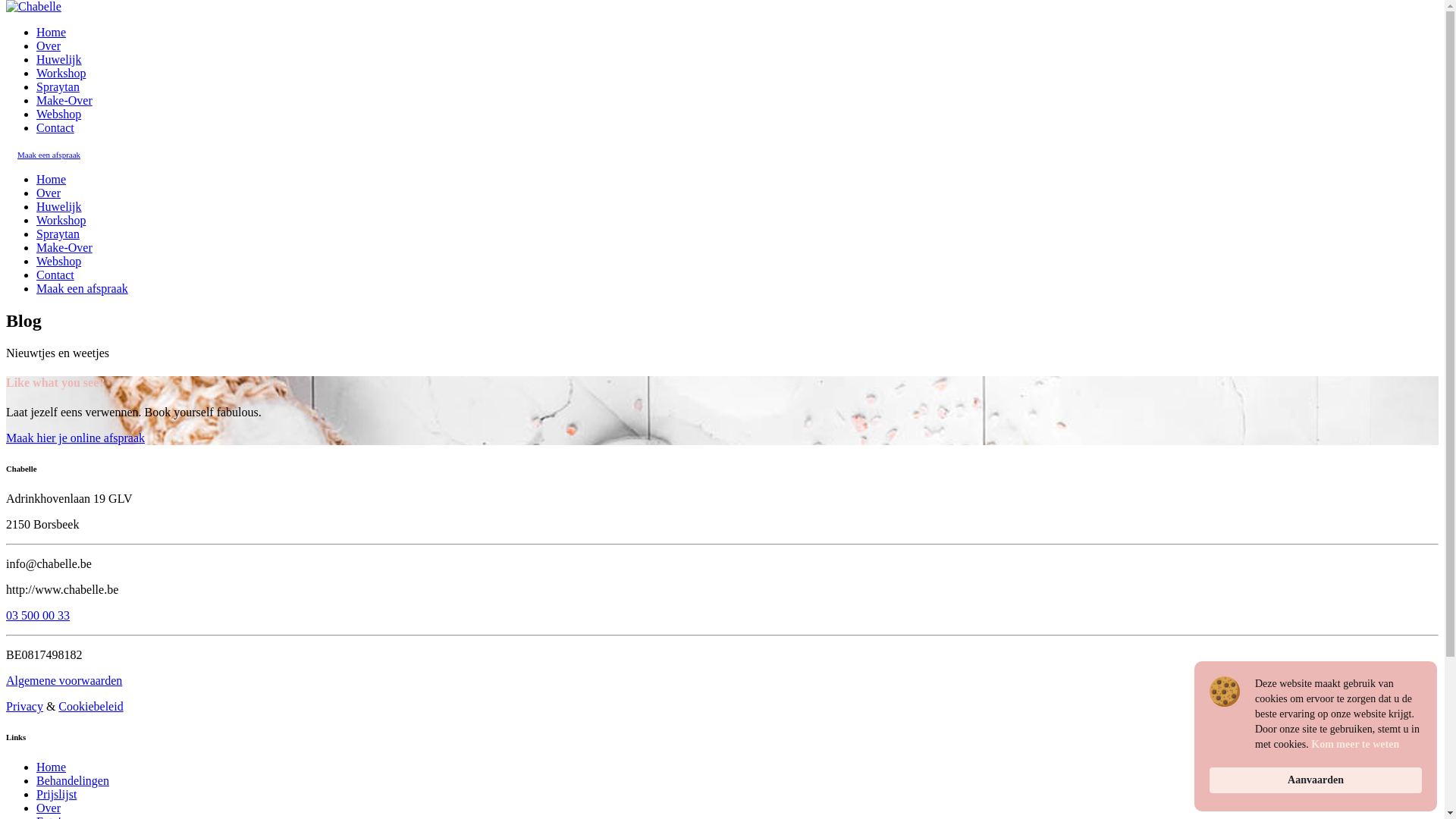 Image resolution: width=1456 pixels, height=819 pixels. I want to click on 'Behandelingen', so click(72, 780).